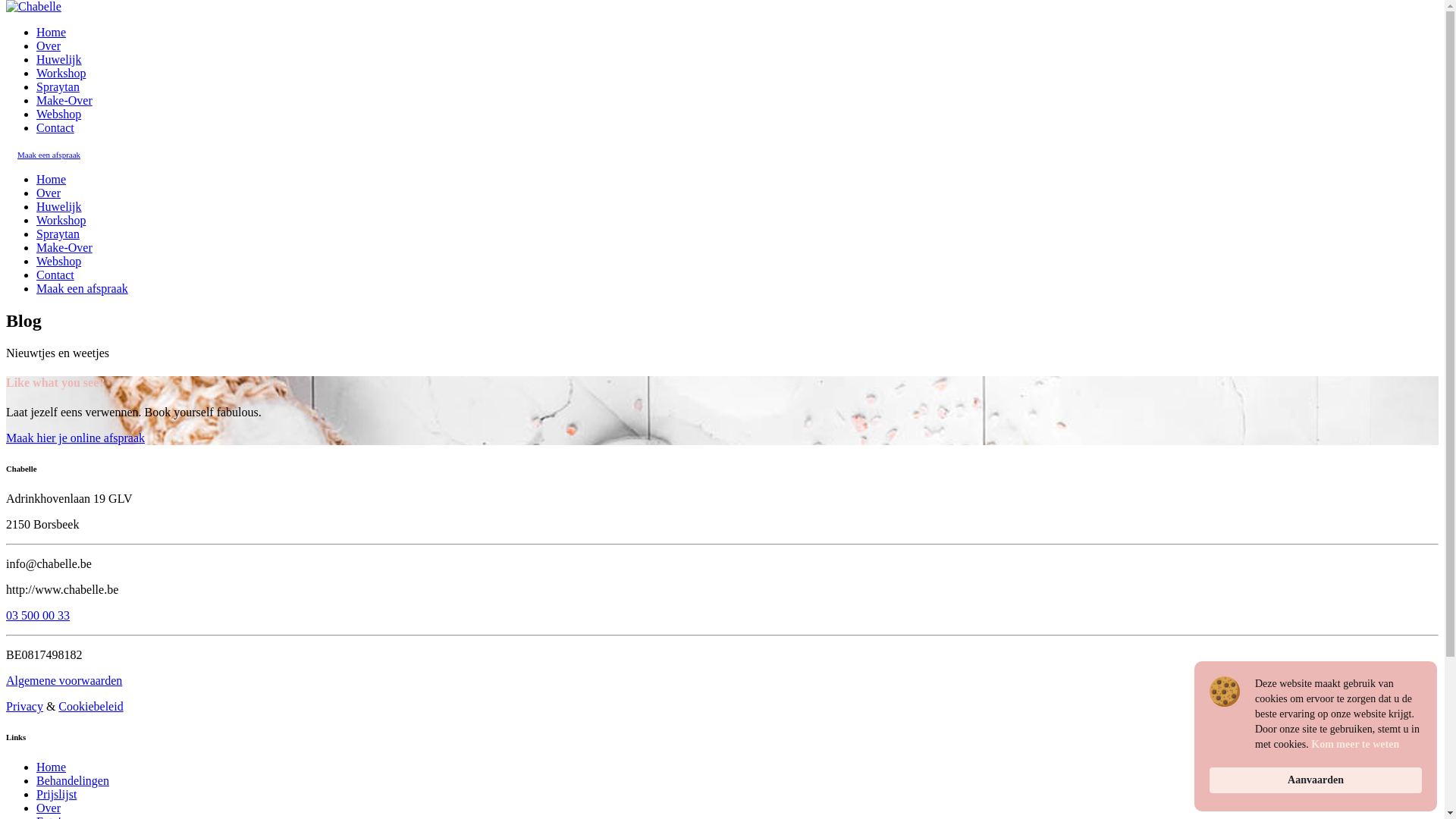 Image resolution: width=1456 pixels, height=819 pixels. I want to click on 'Behandelingen', so click(72, 780).